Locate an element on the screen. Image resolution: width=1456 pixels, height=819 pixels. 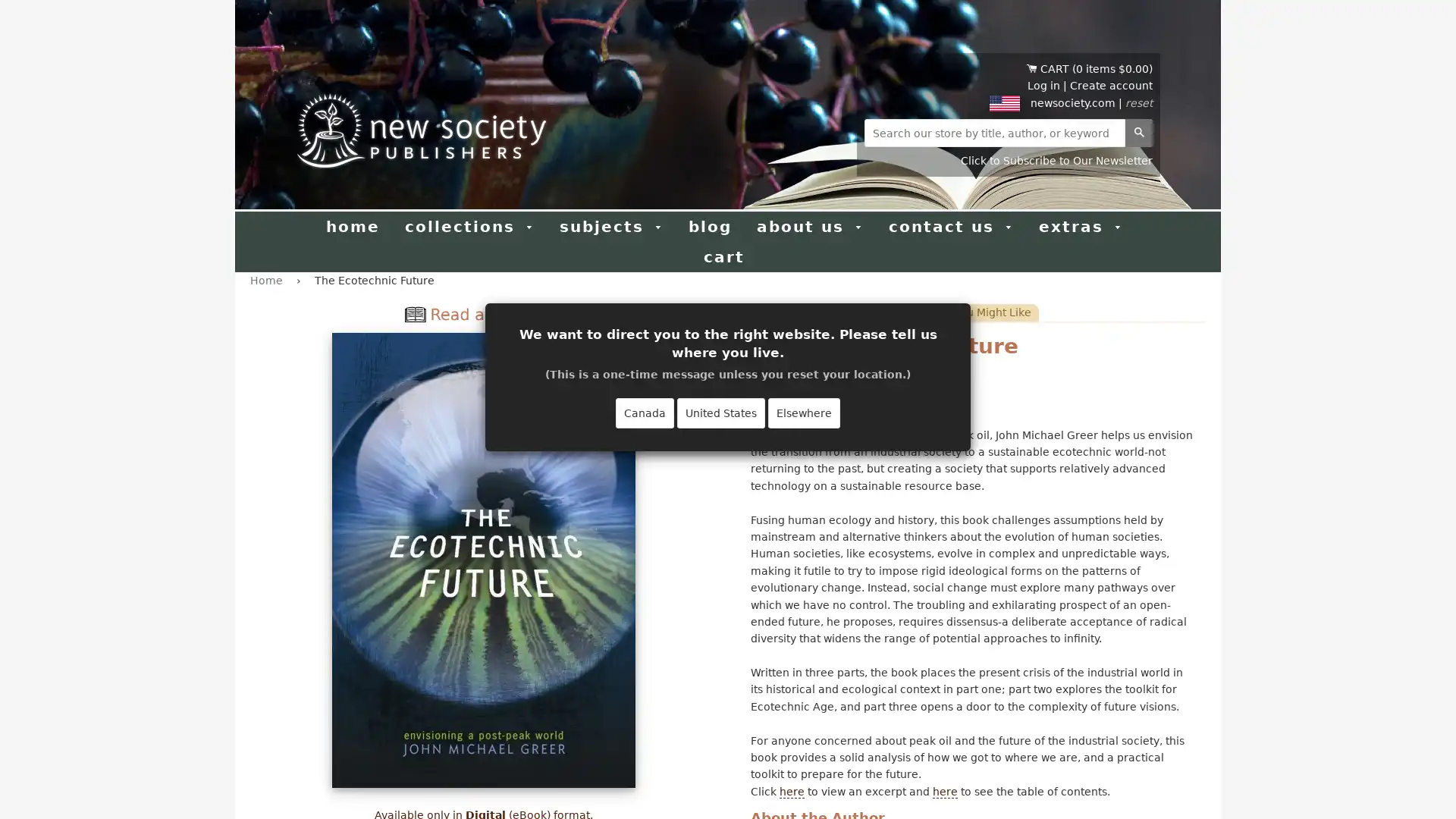
Elsewhere is located at coordinates (803, 413).